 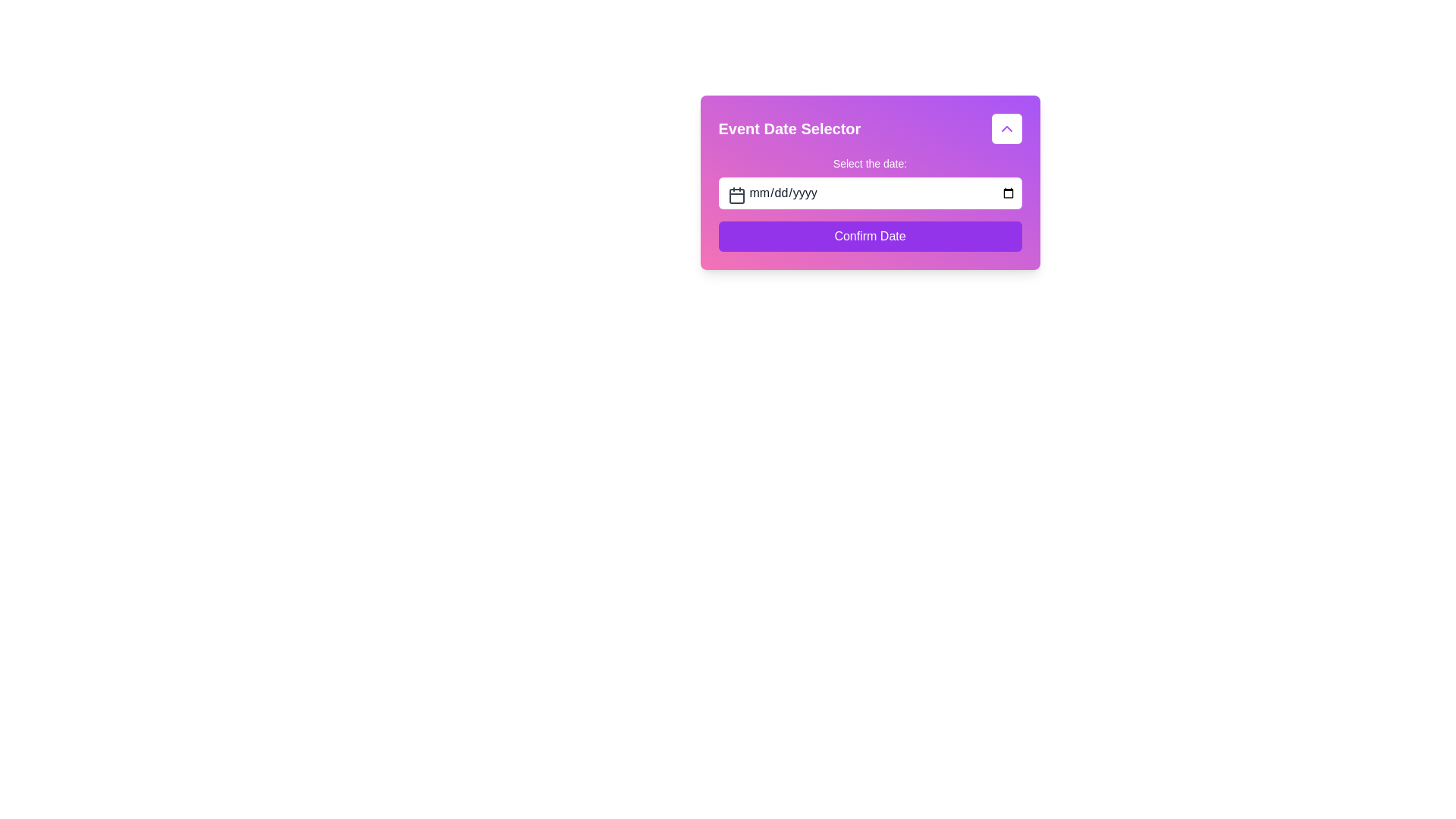 What do you see at coordinates (870, 237) in the screenshot?
I see `the 'Confirm Date' button, which is a rectangular button with a purple background and white text` at bounding box center [870, 237].